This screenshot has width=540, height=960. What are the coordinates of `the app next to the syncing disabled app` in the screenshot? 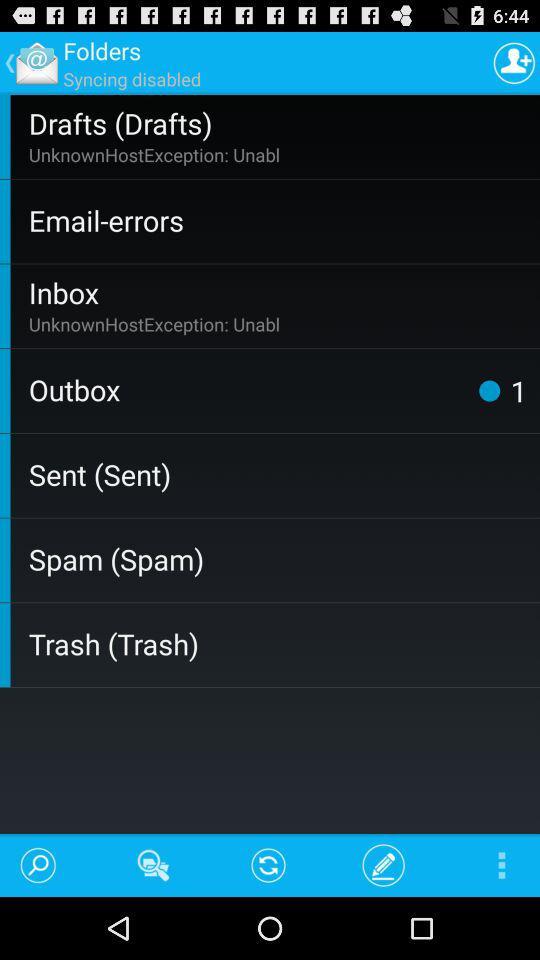 It's located at (514, 62).